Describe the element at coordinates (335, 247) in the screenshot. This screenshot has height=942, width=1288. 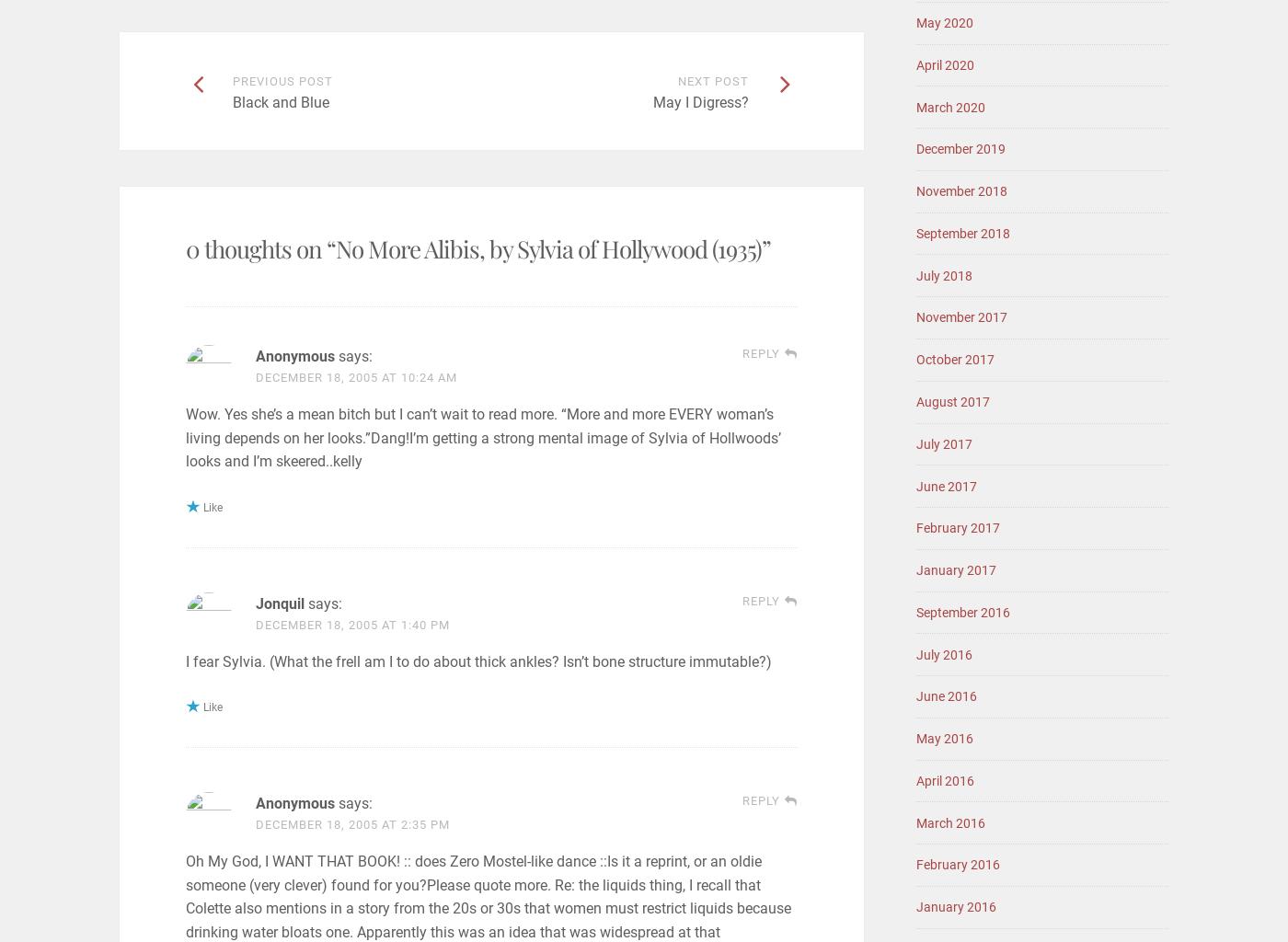
I see `'No More Alibis,  by Sylvia of Hollywood (1935)'` at that location.